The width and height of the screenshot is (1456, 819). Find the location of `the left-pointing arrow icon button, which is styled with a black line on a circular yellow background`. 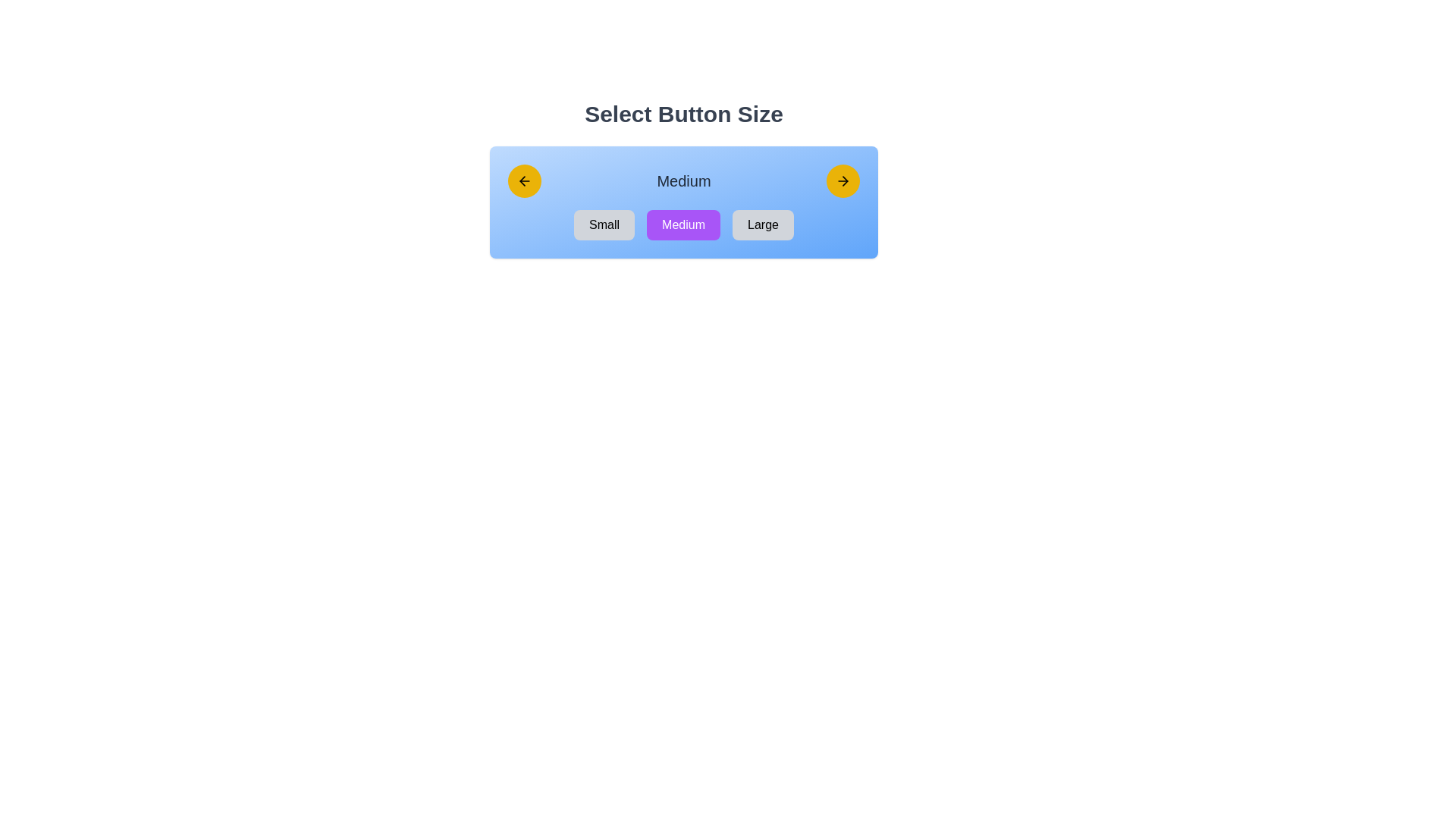

the left-pointing arrow icon button, which is styled with a black line on a circular yellow background is located at coordinates (524, 180).